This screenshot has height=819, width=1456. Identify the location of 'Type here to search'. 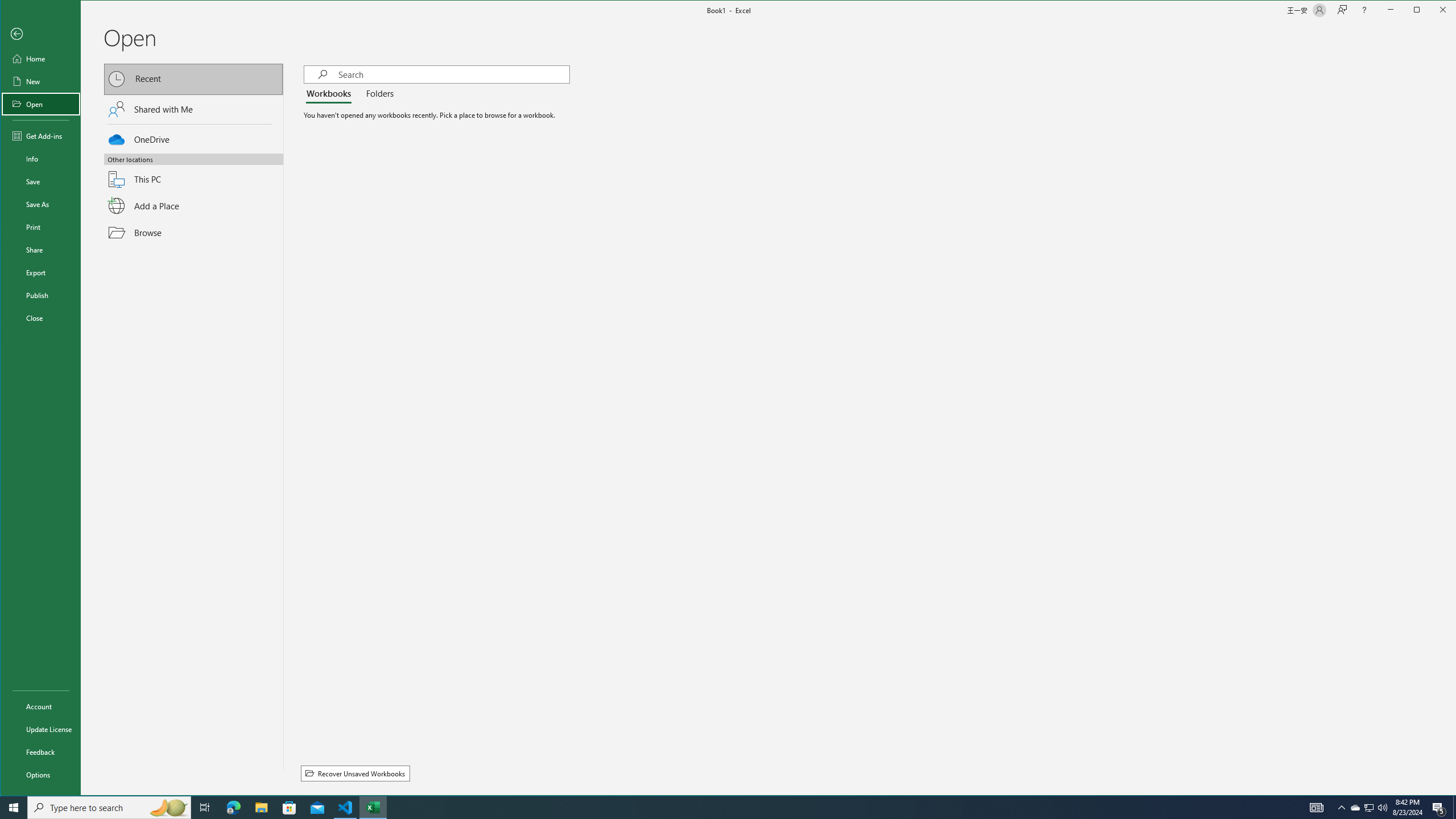
(109, 806).